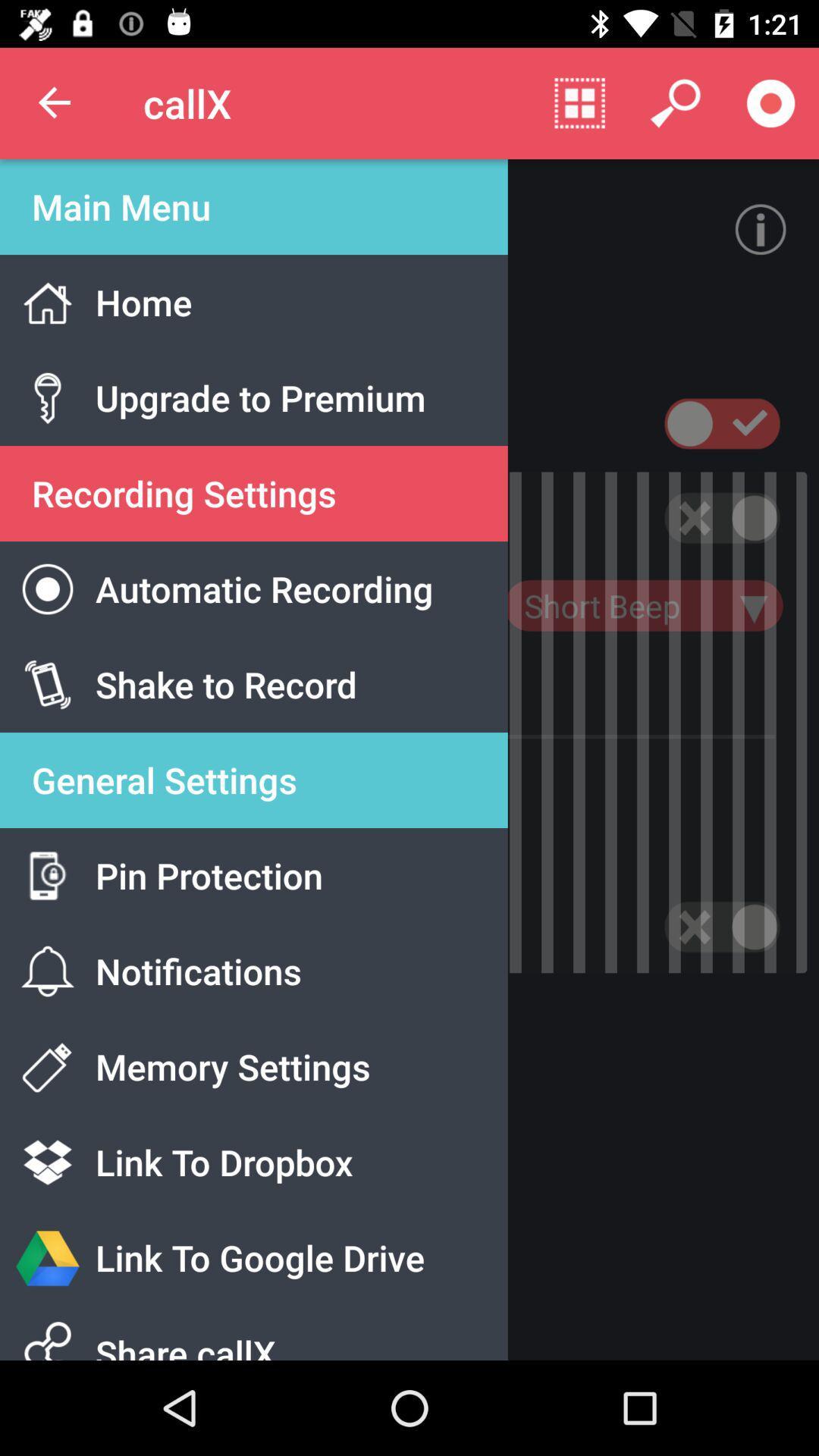 The height and width of the screenshot is (1456, 819). I want to click on the info icon, so click(770, 206).